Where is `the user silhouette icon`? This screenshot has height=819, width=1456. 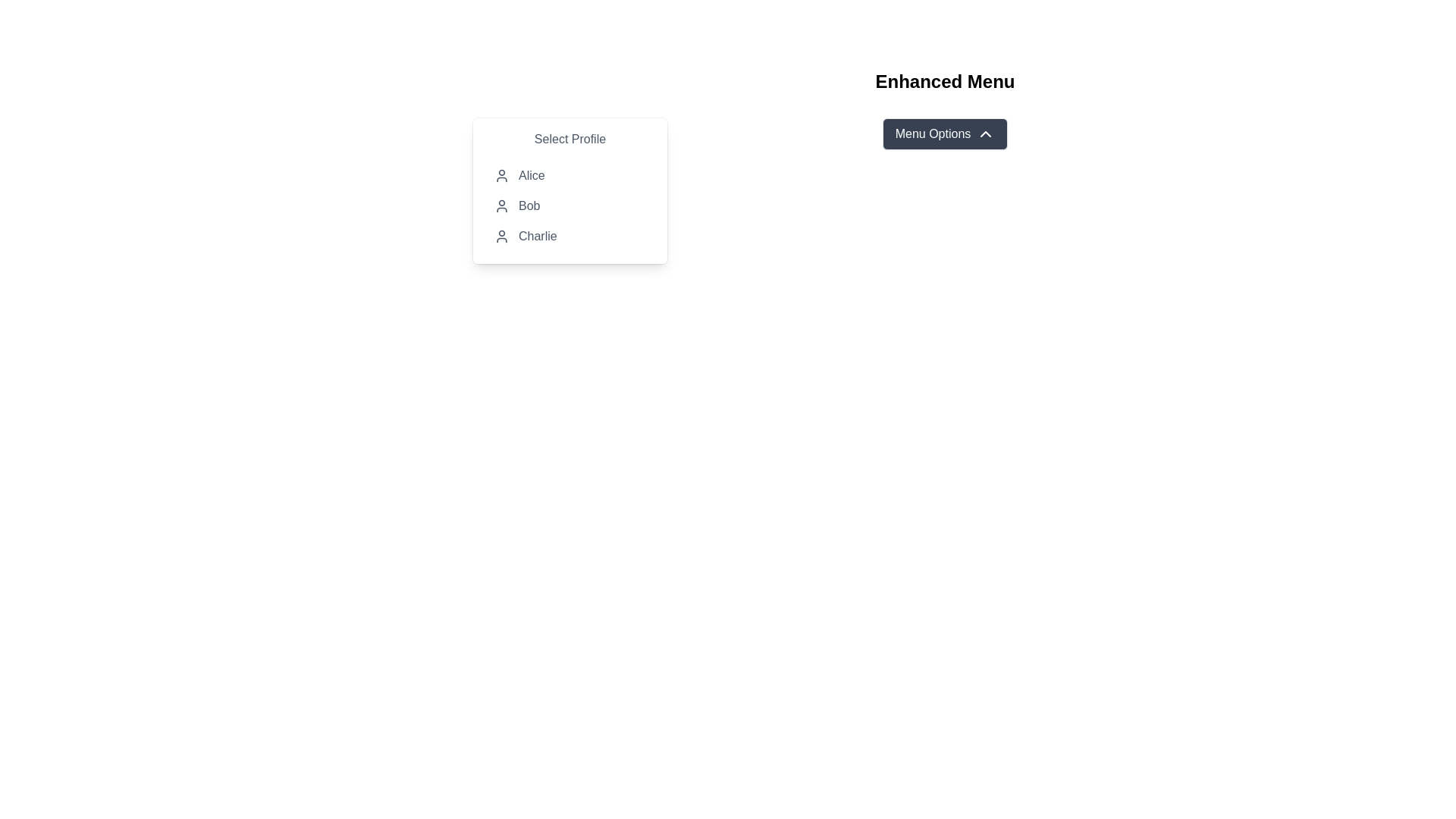 the user silhouette icon is located at coordinates (502, 237).